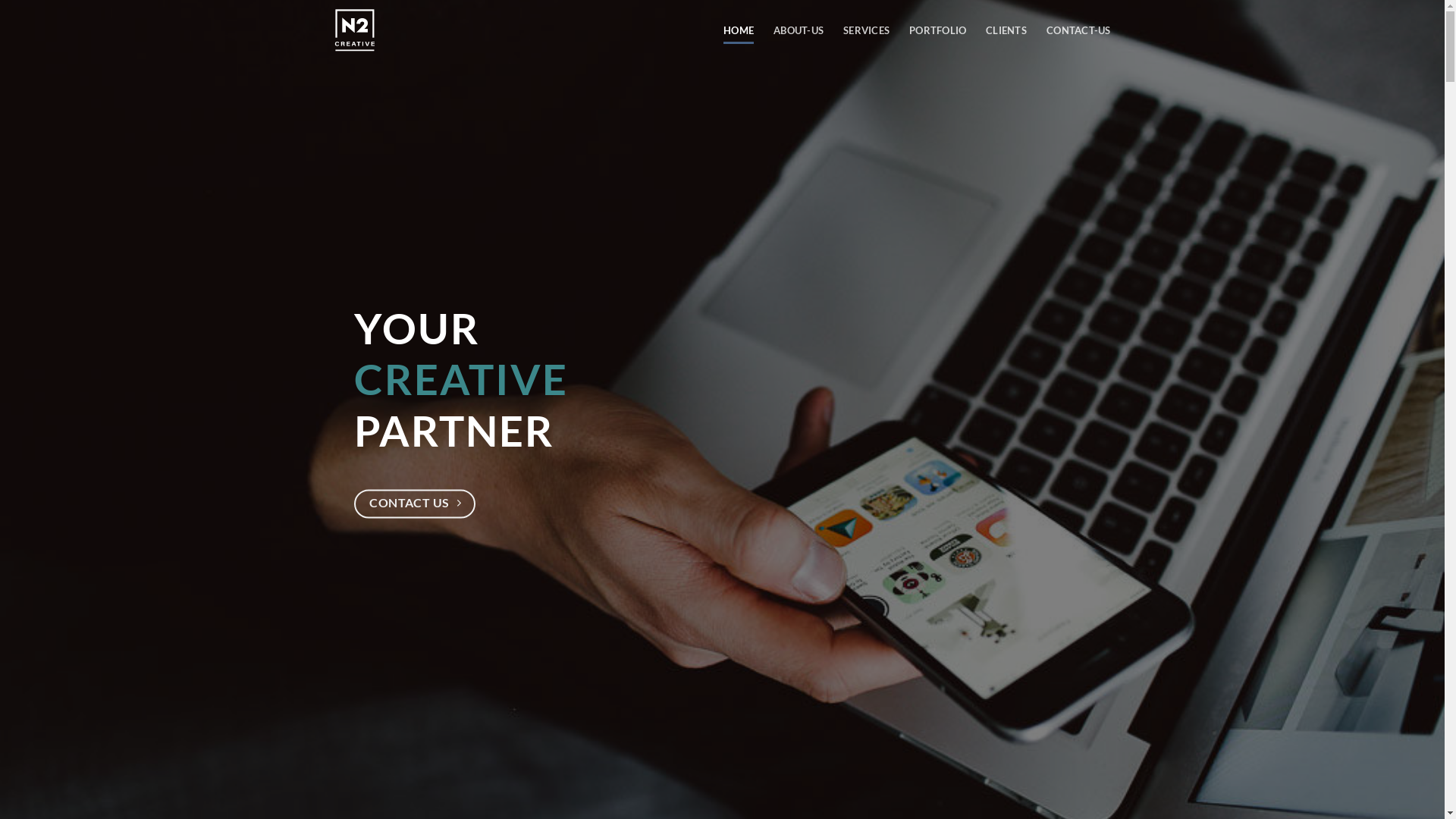  I want to click on 'PORTFOLIO', so click(937, 30).